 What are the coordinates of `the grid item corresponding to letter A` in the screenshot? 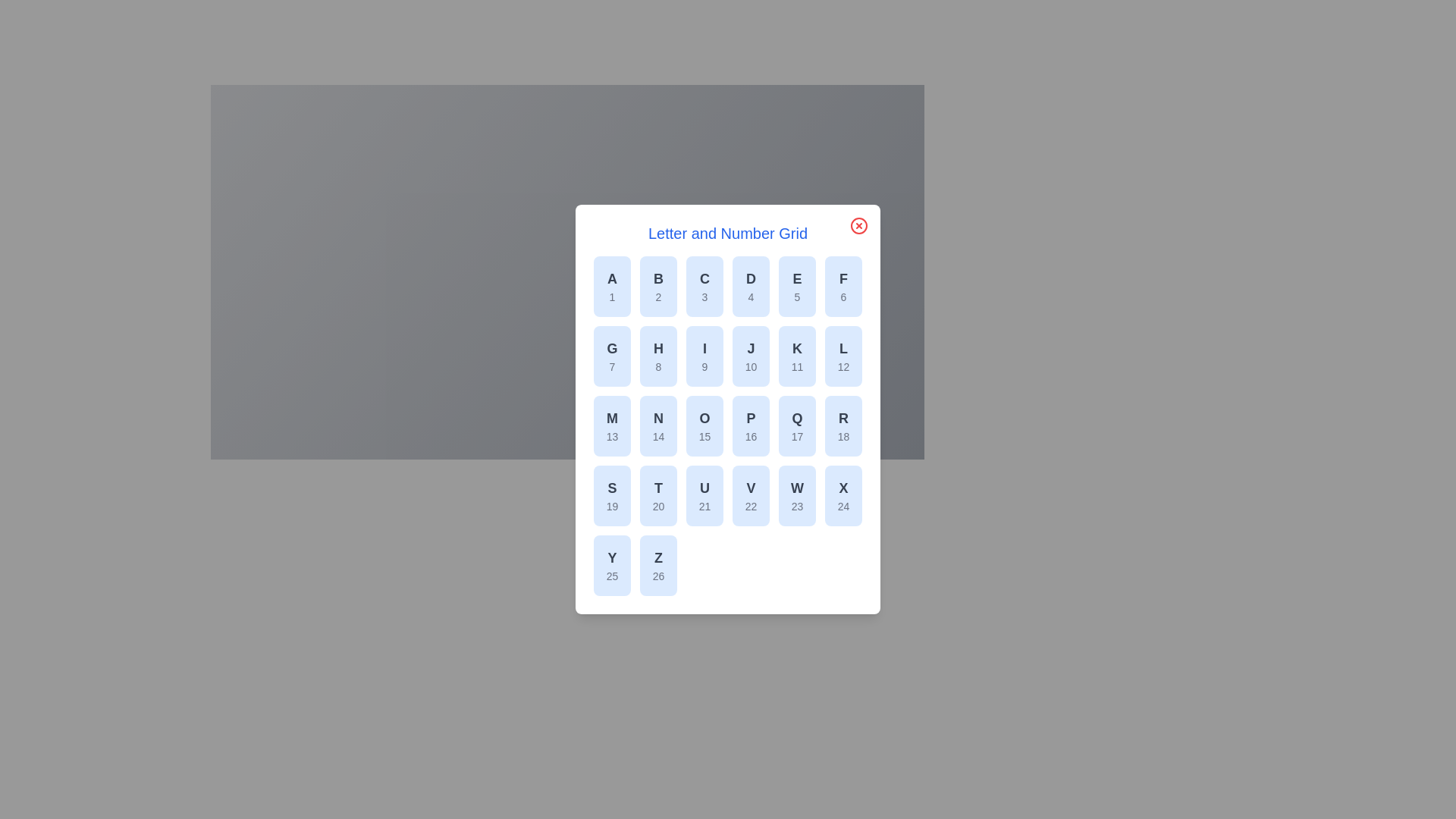 It's located at (612, 287).